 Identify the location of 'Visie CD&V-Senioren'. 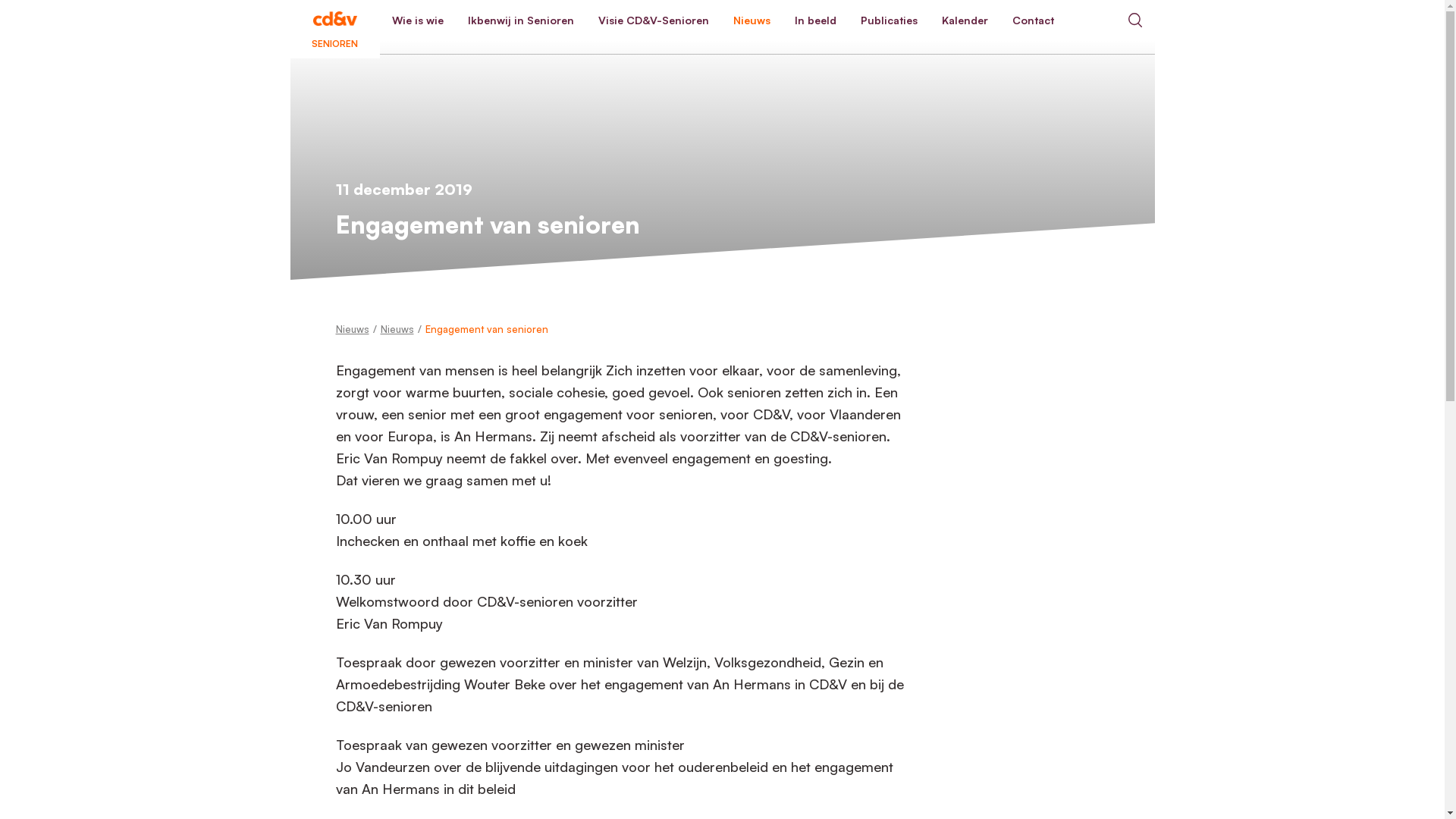
(652, 20).